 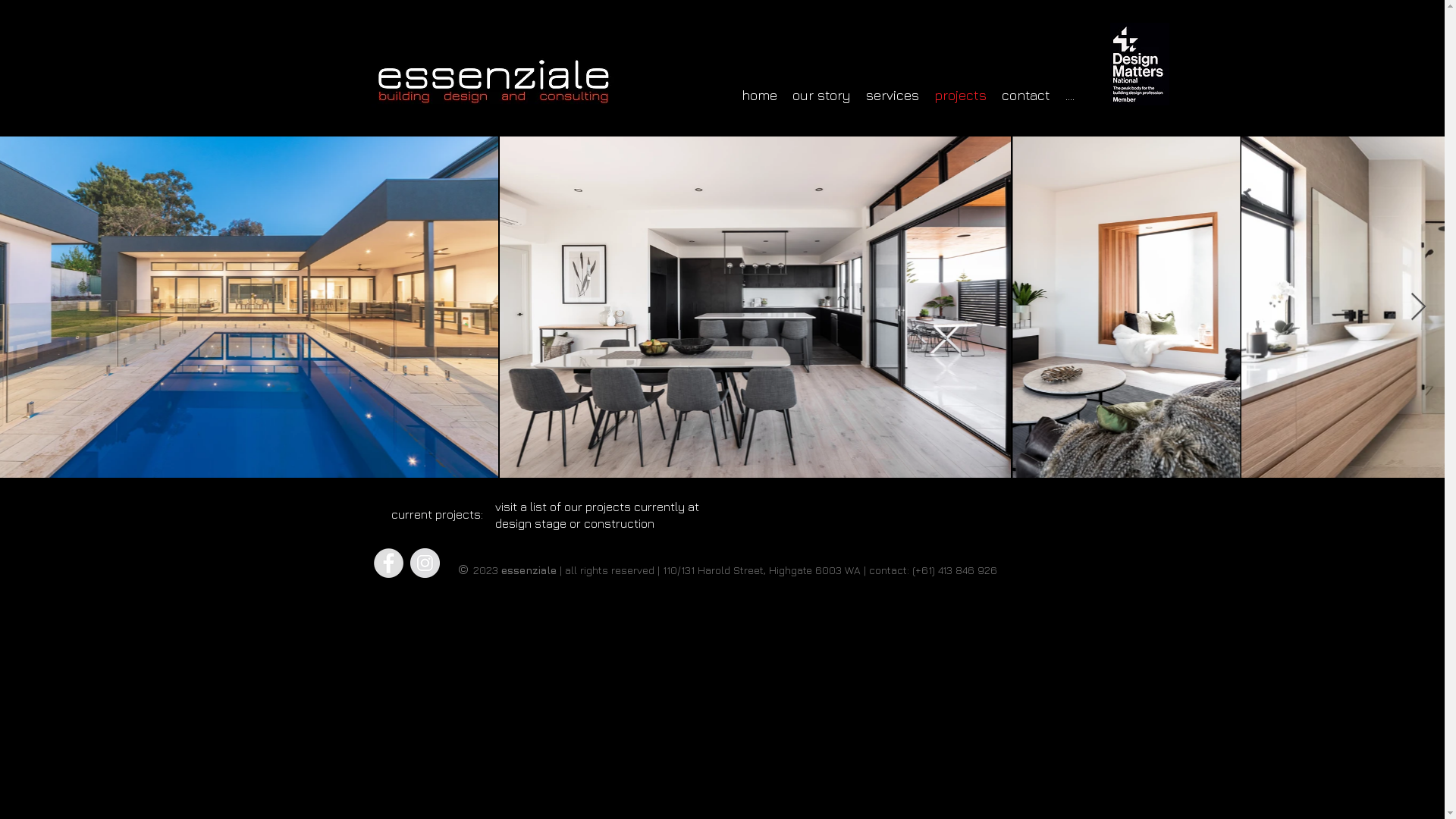 What do you see at coordinates (783, 96) in the screenshot?
I see `'our story'` at bounding box center [783, 96].